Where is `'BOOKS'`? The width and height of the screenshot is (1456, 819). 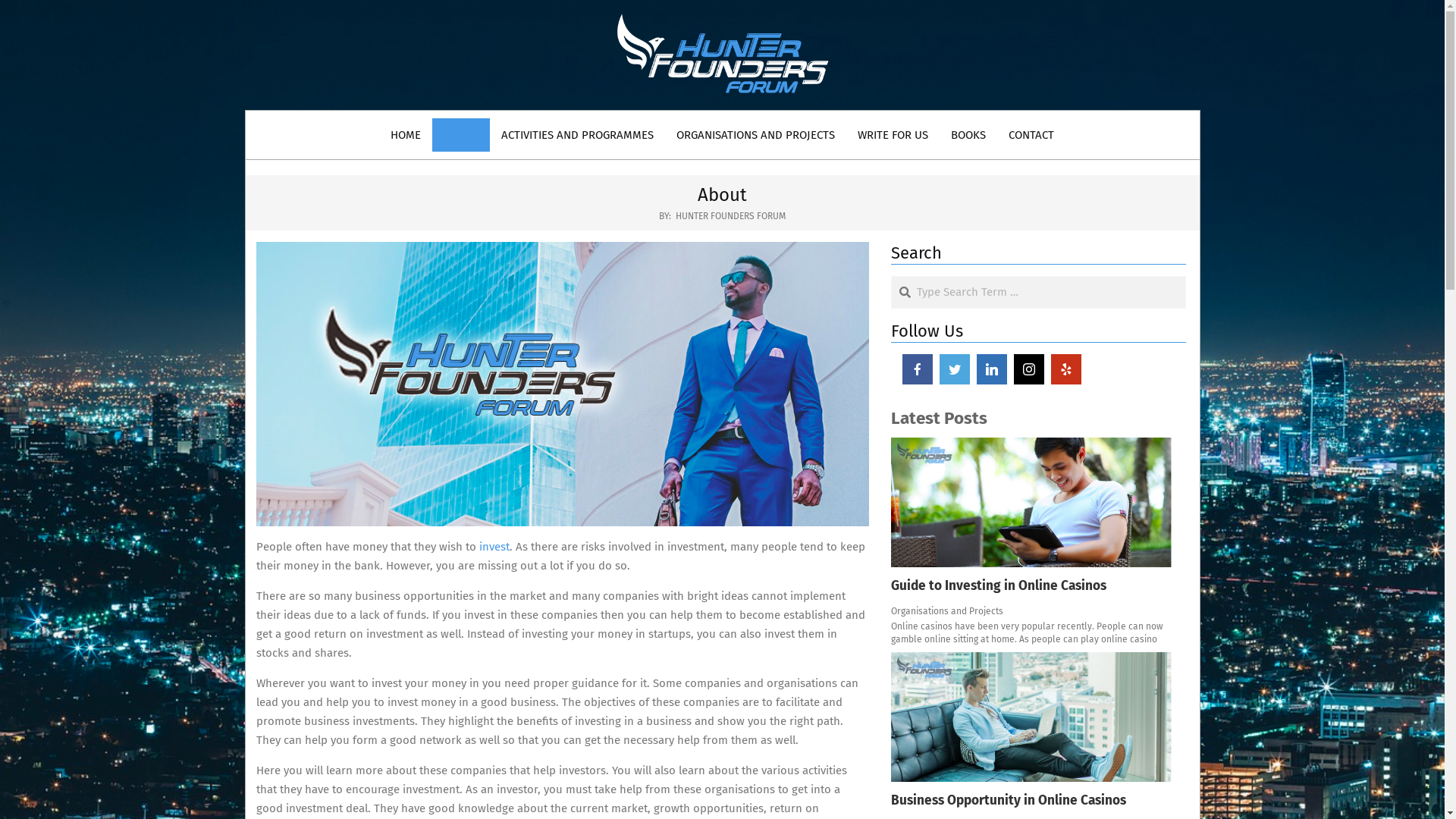
'BOOKS' is located at coordinates (938, 133).